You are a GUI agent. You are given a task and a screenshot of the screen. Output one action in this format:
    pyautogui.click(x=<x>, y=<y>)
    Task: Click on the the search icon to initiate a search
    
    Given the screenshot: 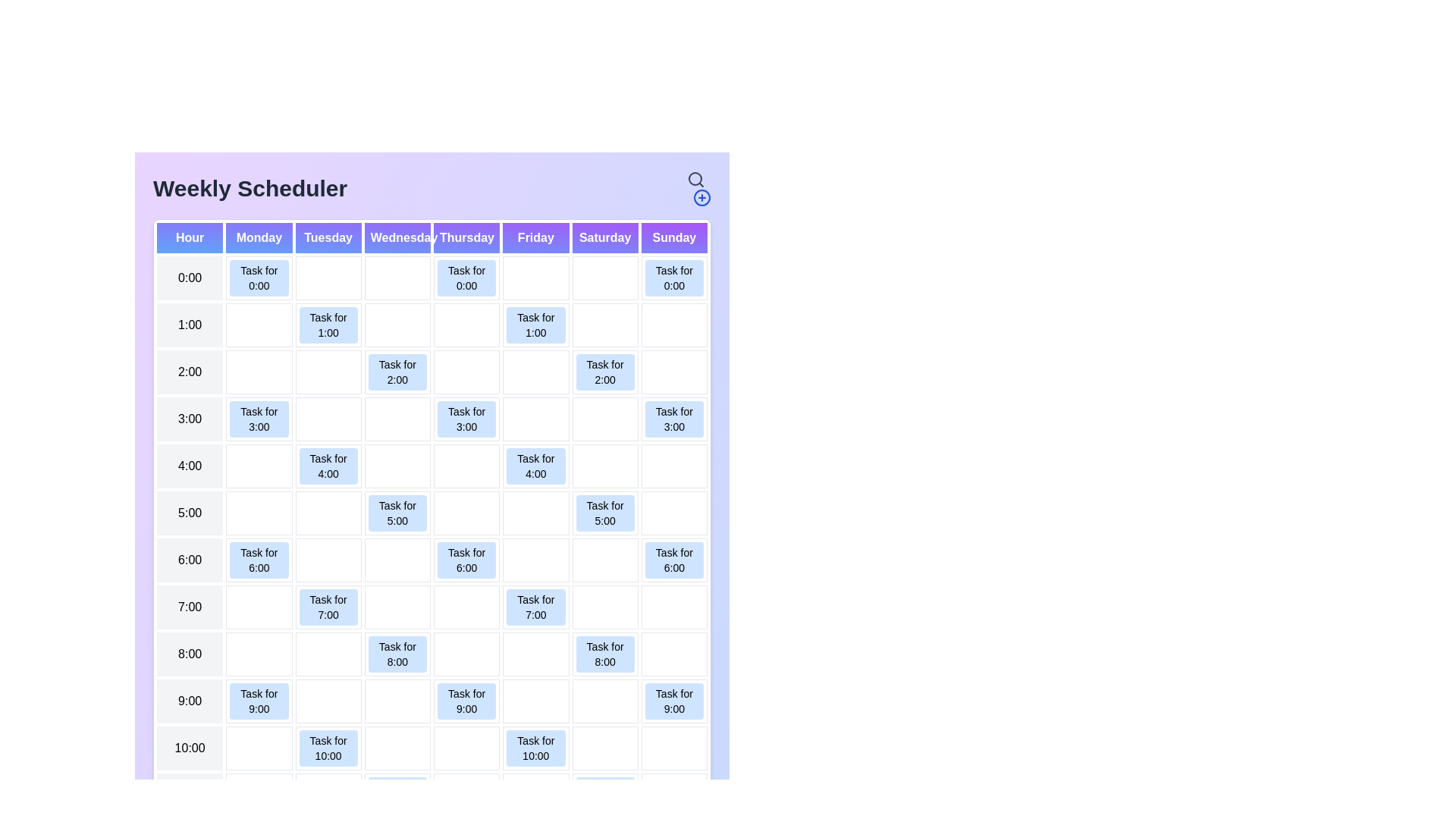 What is the action you would take?
    pyautogui.click(x=695, y=178)
    